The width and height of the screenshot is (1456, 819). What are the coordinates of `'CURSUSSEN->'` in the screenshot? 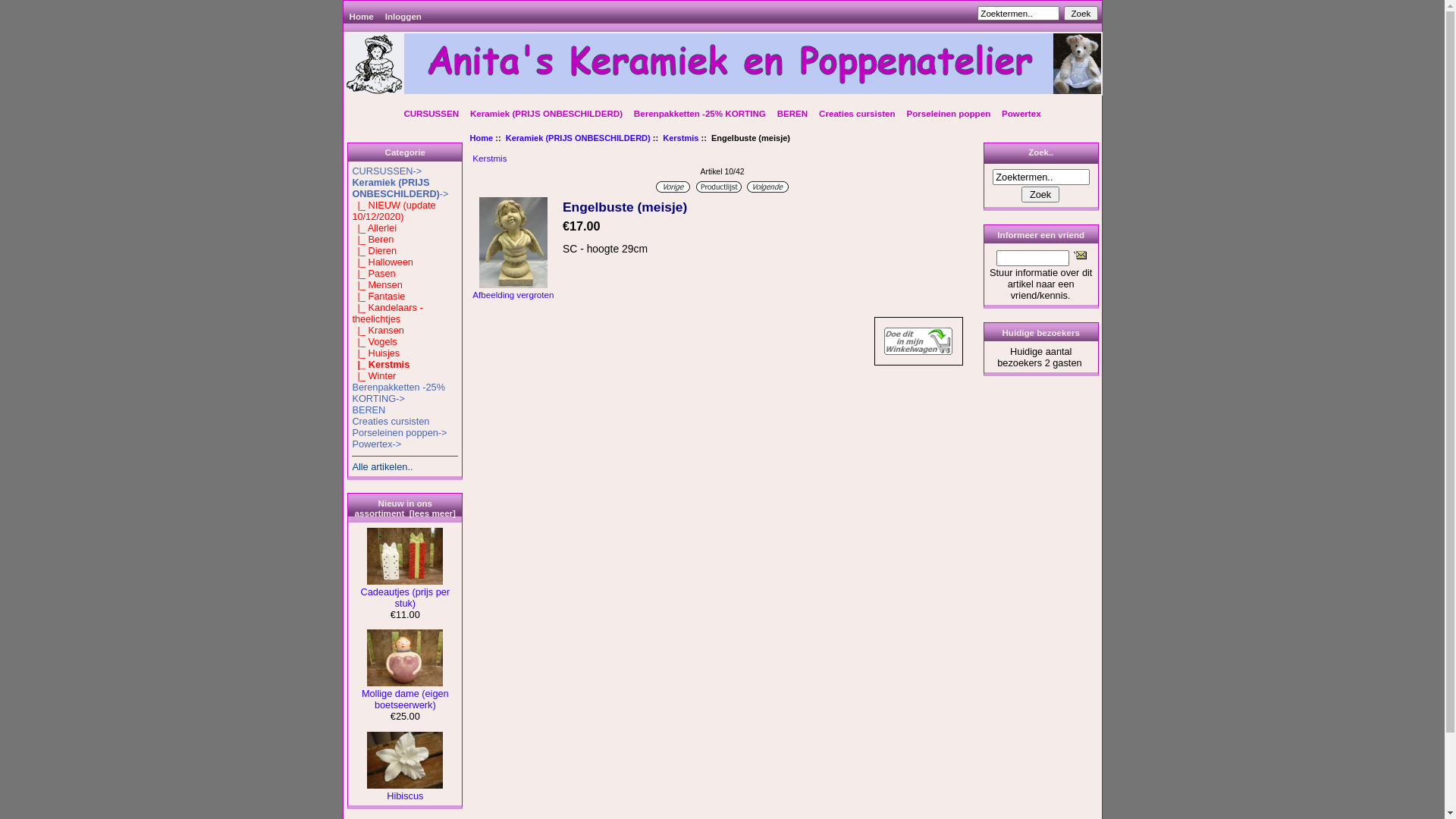 It's located at (386, 171).